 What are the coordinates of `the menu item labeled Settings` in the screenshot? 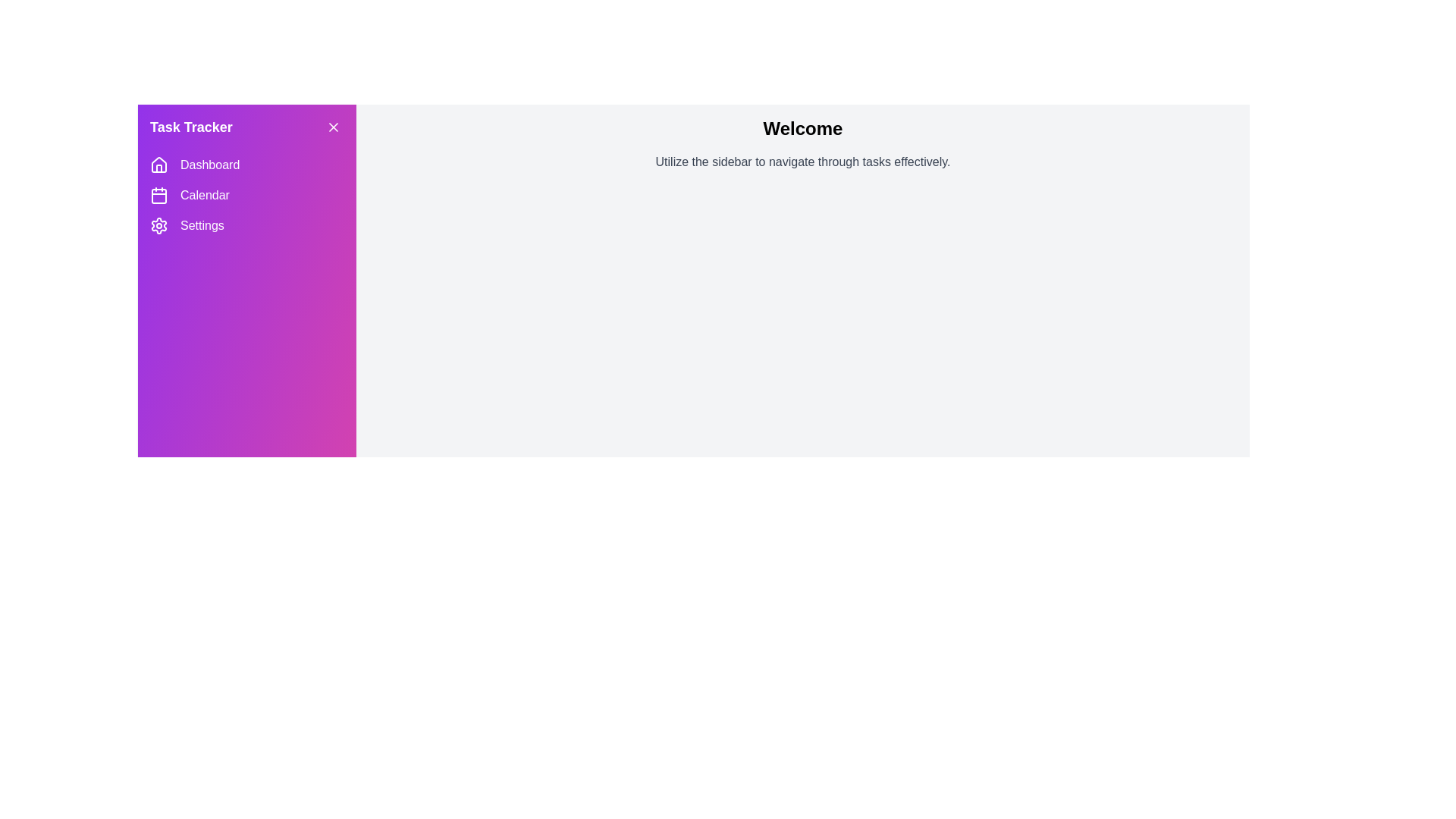 It's located at (247, 225).